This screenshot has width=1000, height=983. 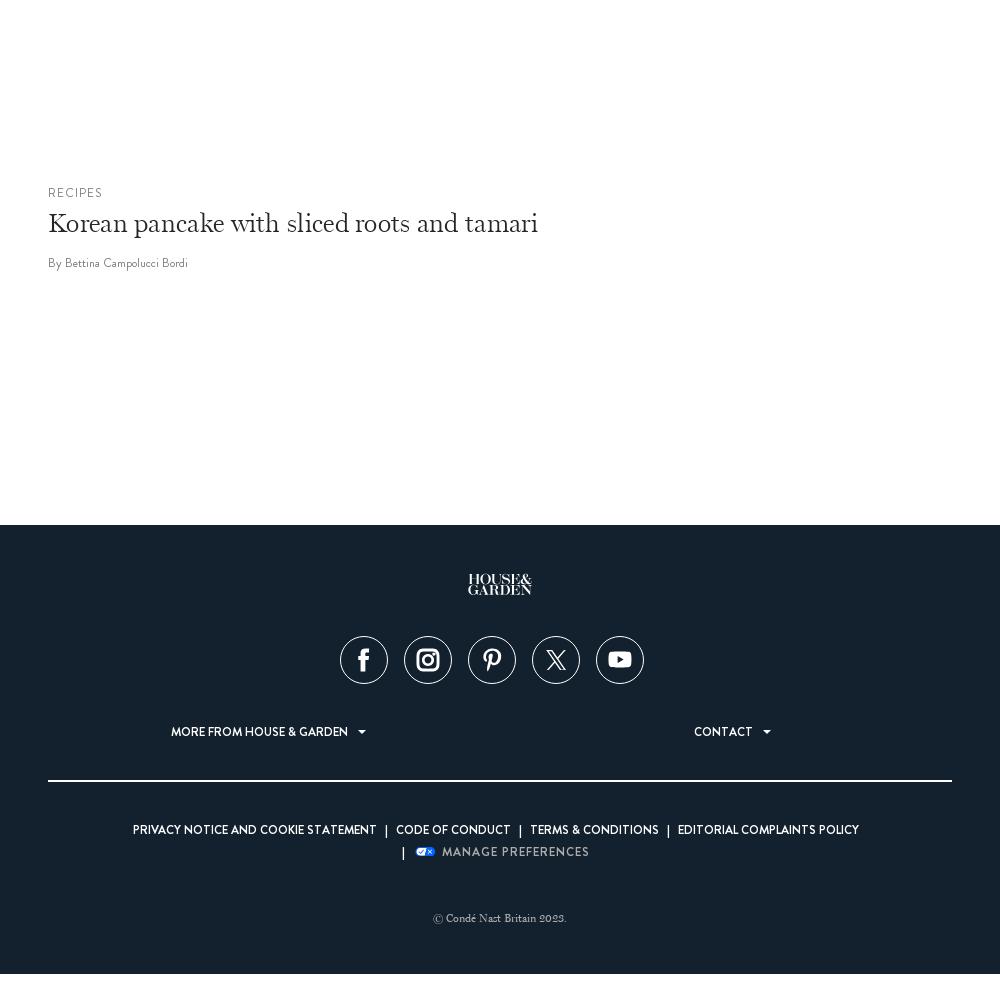 What do you see at coordinates (768, 830) in the screenshot?
I see `'Editorial Complaints Policy'` at bounding box center [768, 830].